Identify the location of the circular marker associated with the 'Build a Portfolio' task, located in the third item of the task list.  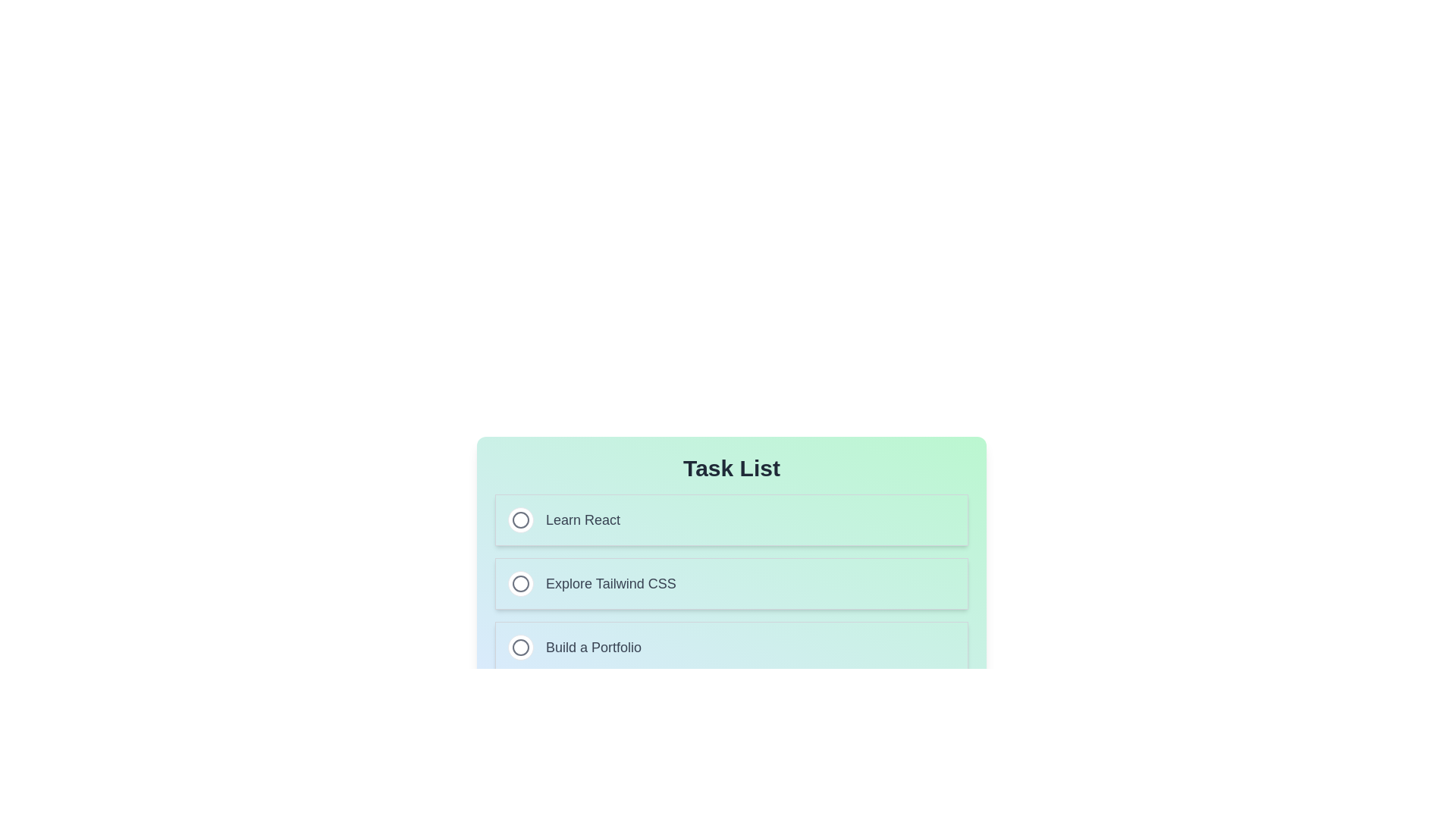
(520, 647).